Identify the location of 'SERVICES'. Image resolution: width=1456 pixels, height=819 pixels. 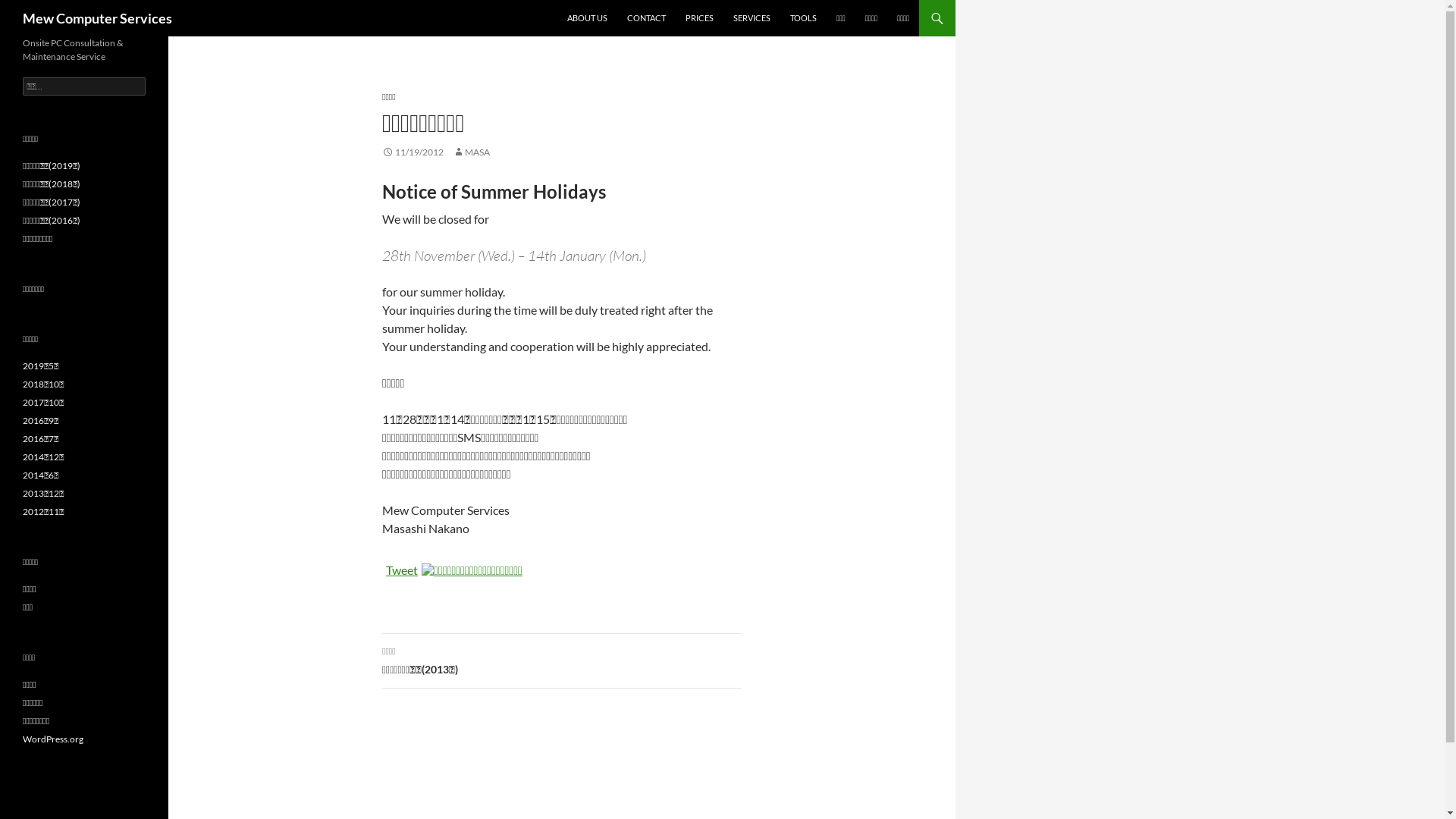
(752, 17).